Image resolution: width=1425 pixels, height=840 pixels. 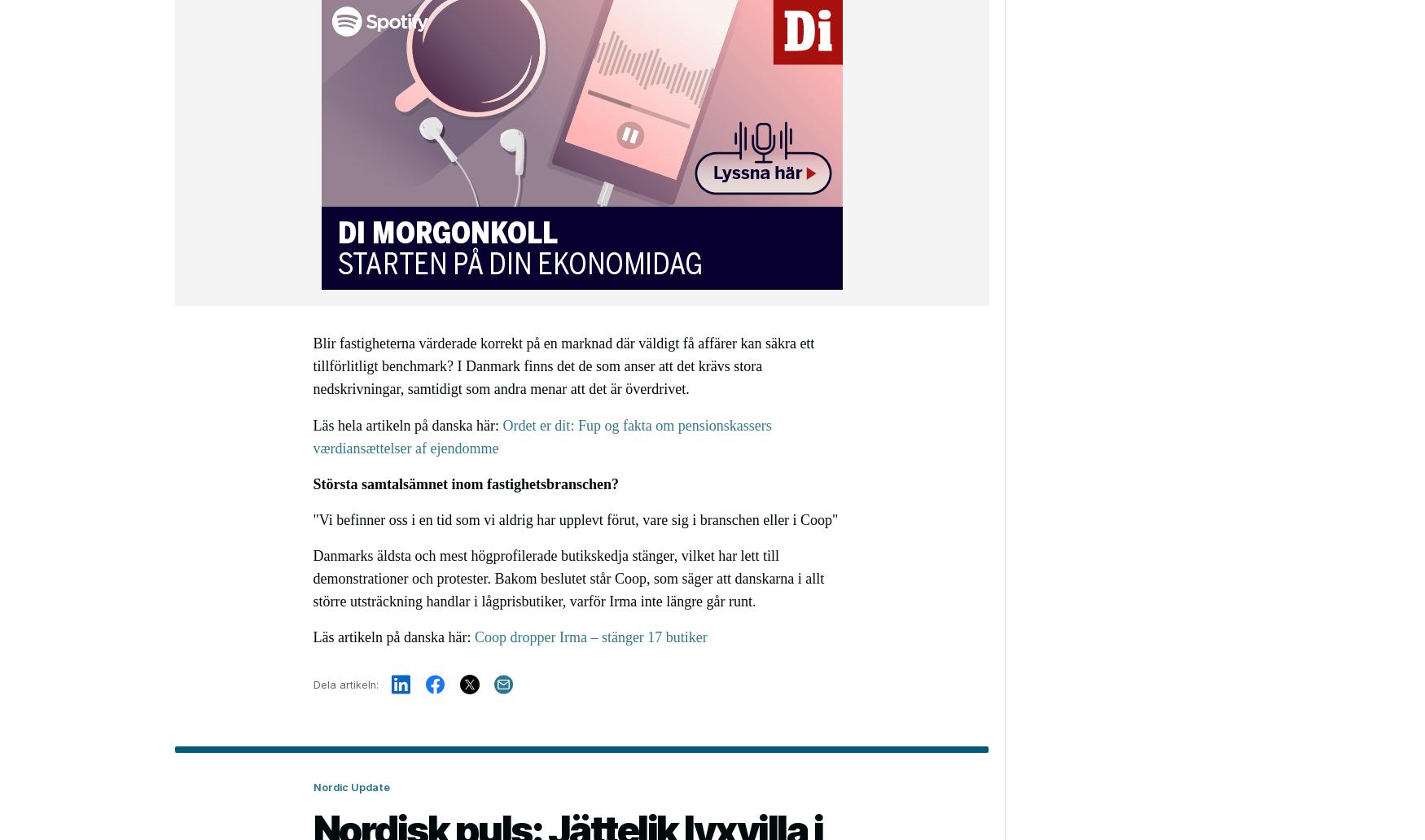 What do you see at coordinates (568, 577) in the screenshot?
I see `'Danmarks äldsta och mest högprofilerade butikskedja stänger, vilket har lett till demonstrationer och protester. Bakom beslutet står Coop, som säger att danskarna i allt större utsträckning handlar i lågprisbutiker, varför Irma inte längre går runt.'` at bounding box center [568, 577].